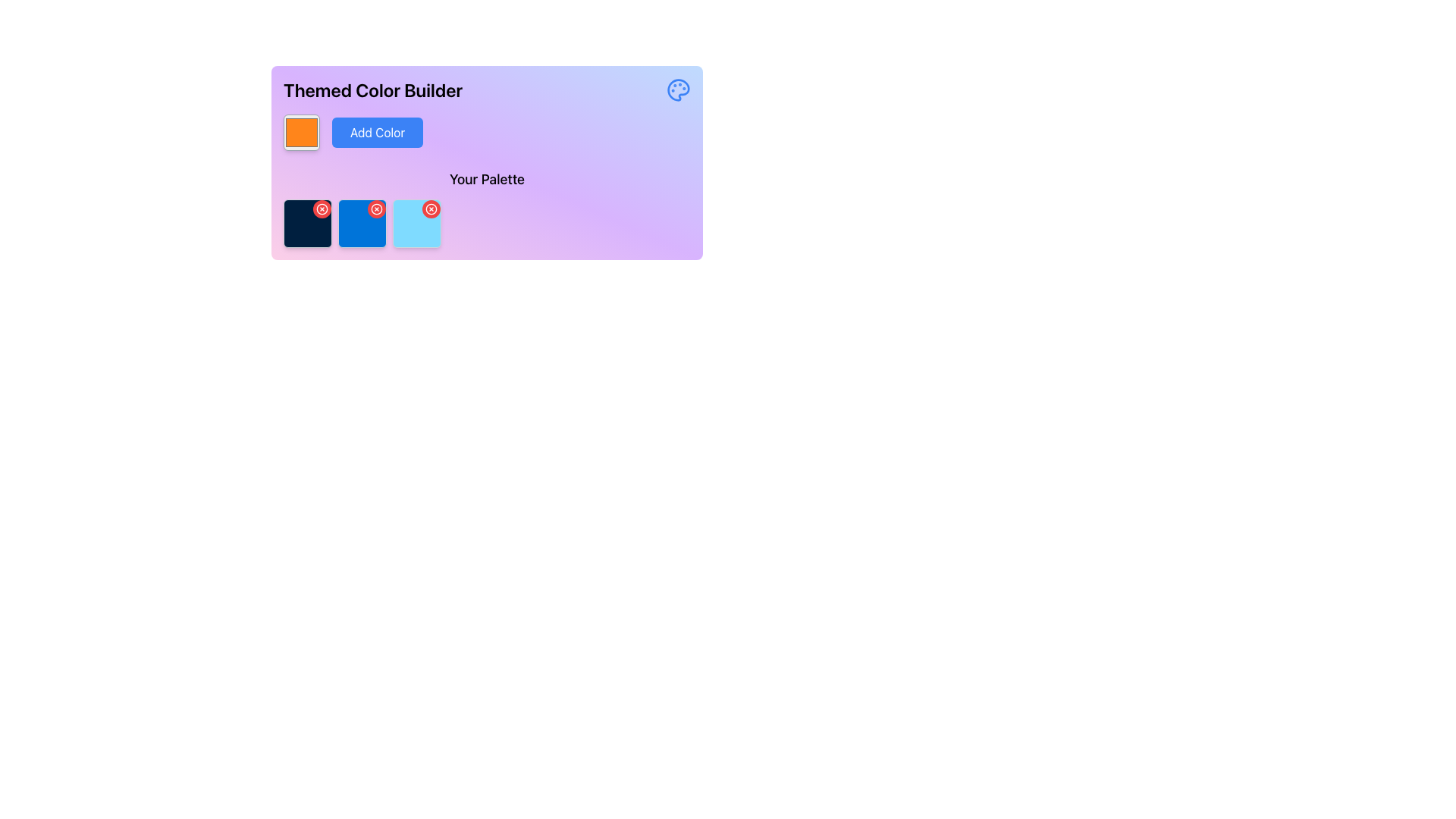 Image resolution: width=1456 pixels, height=819 pixels. Describe the element at coordinates (431, 209) in the screenshot. I see `the circular red button with an 'X' icon located at the top-right corner of the third square card in the palette section` at that location.